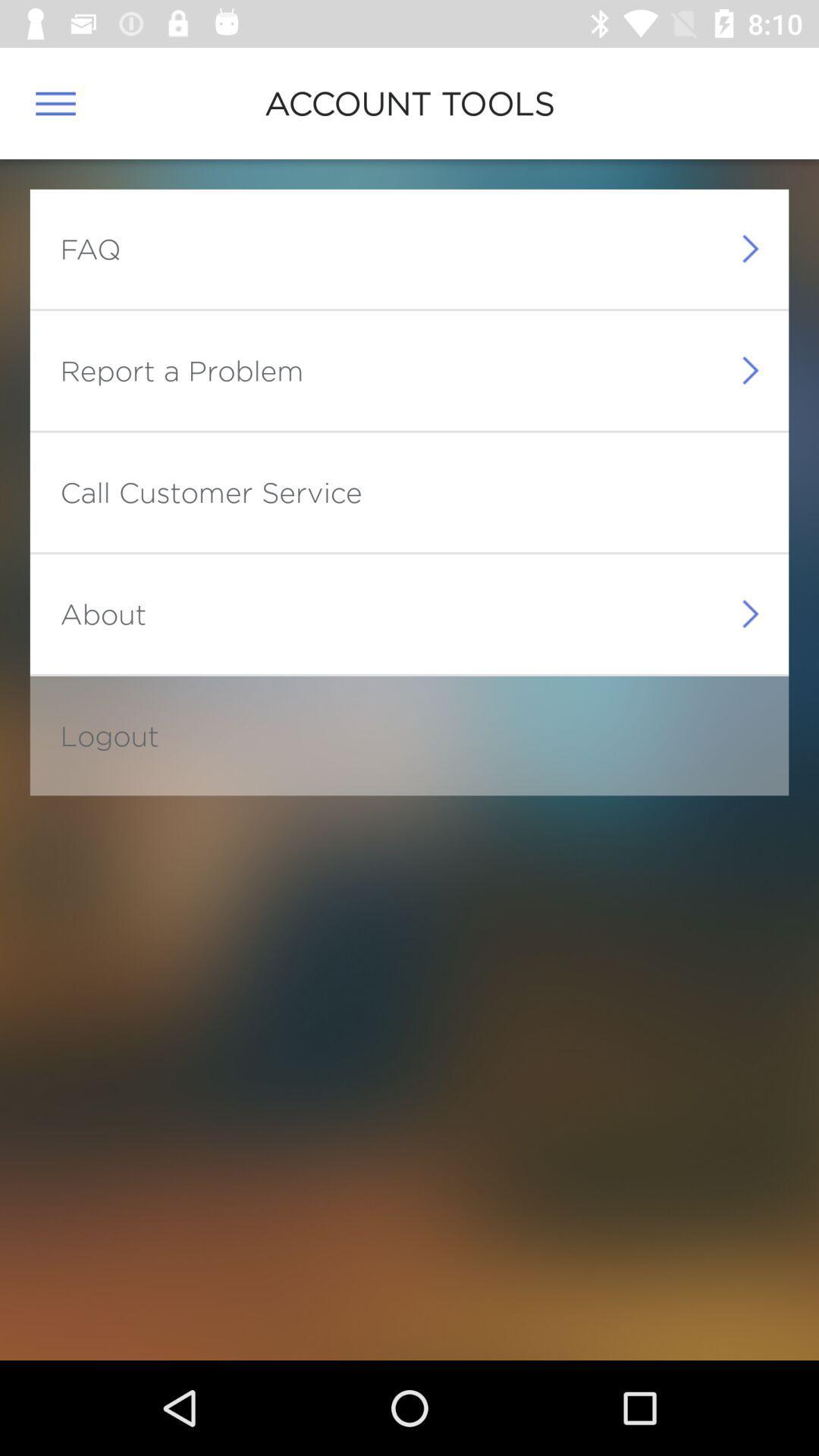  I want to click on the app above faq, so click(55, 102).